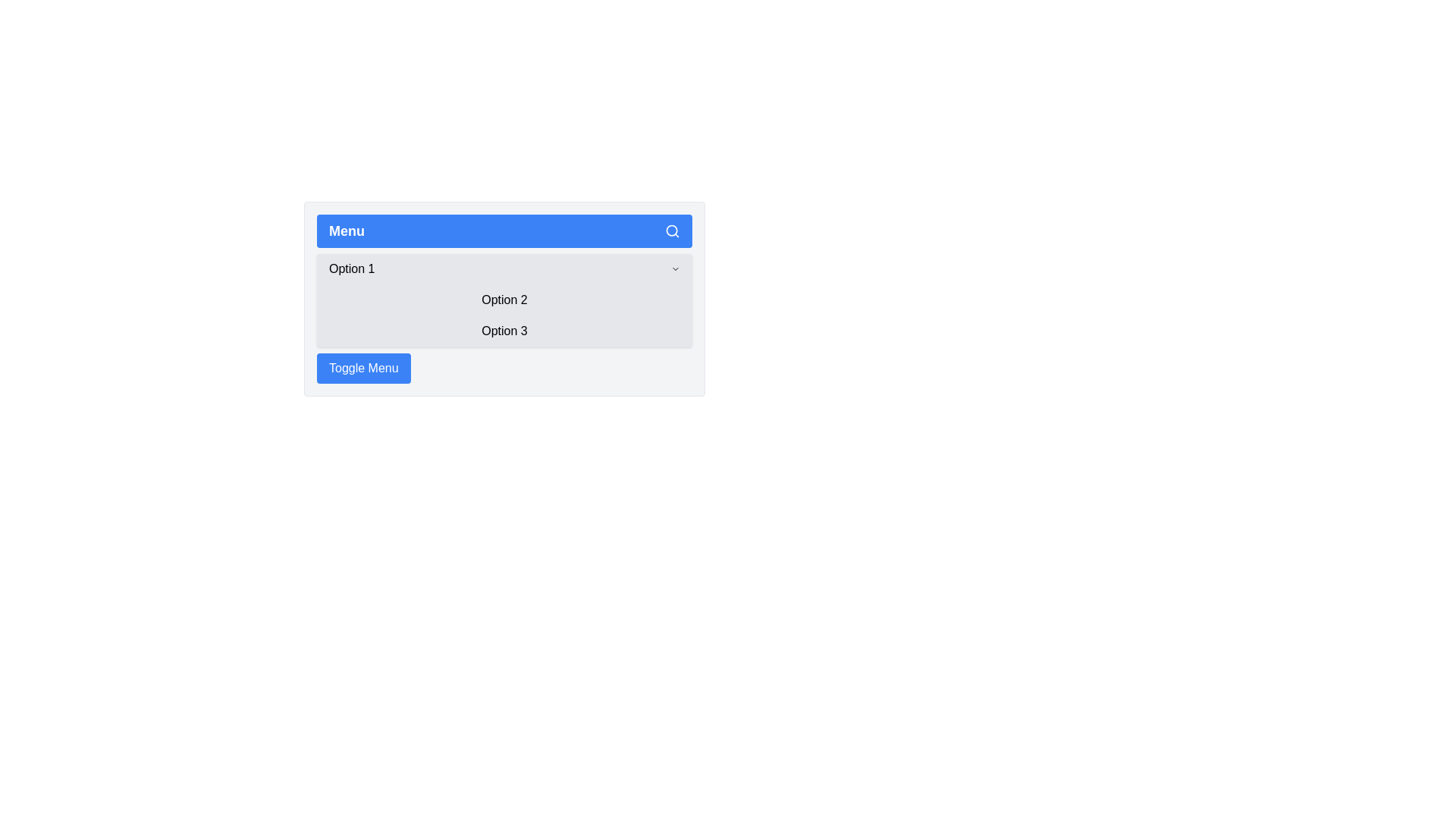  I want to click on the search icon located at the top-right corner of the blue 'Menu' banner to initiate the search feature, so click(672, 231).